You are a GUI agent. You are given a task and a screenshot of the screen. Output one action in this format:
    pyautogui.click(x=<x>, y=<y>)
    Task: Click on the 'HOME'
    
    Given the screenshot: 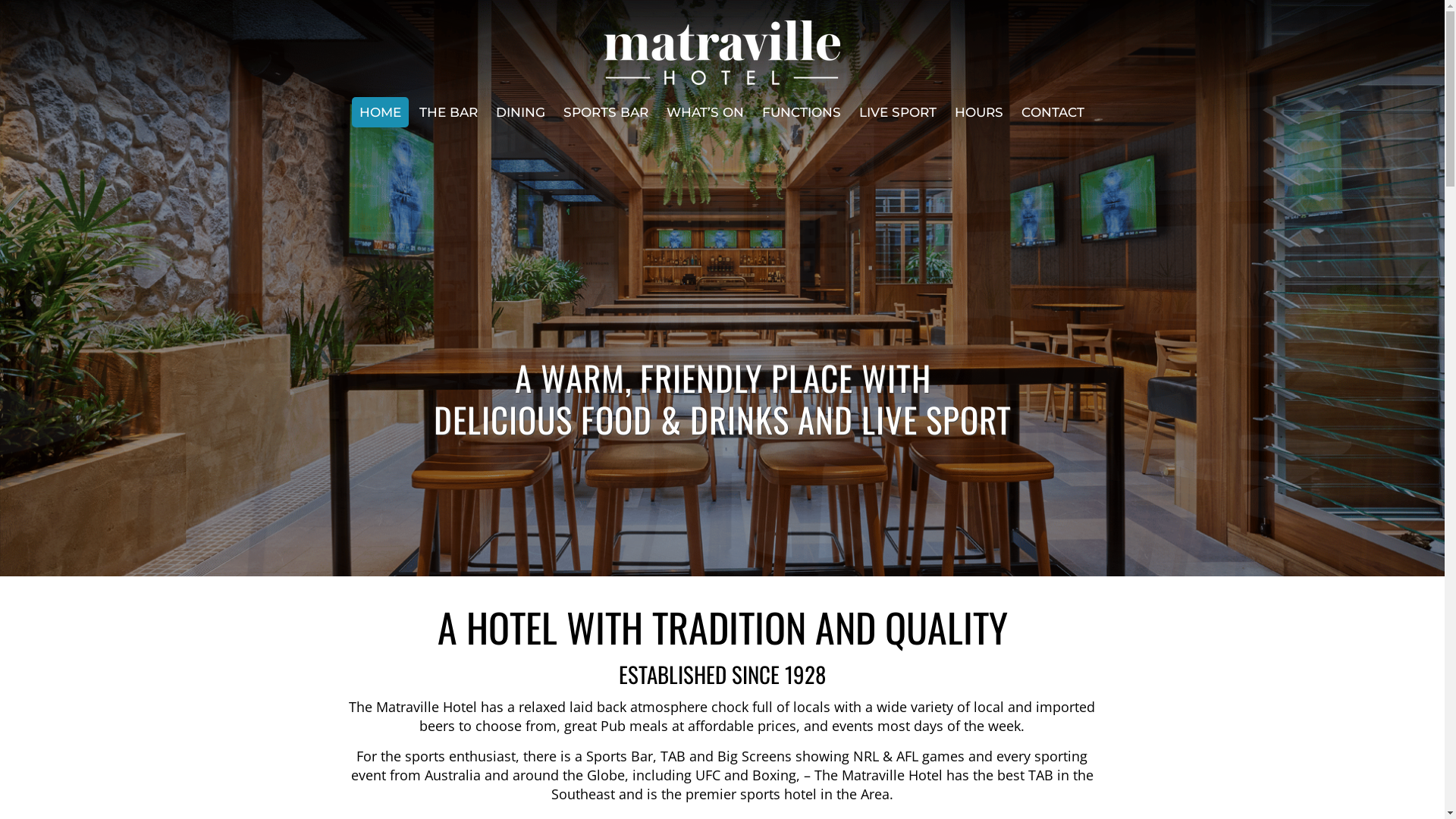 What is the action you would take?
    pyautogui.click(x=380, y=111)
    